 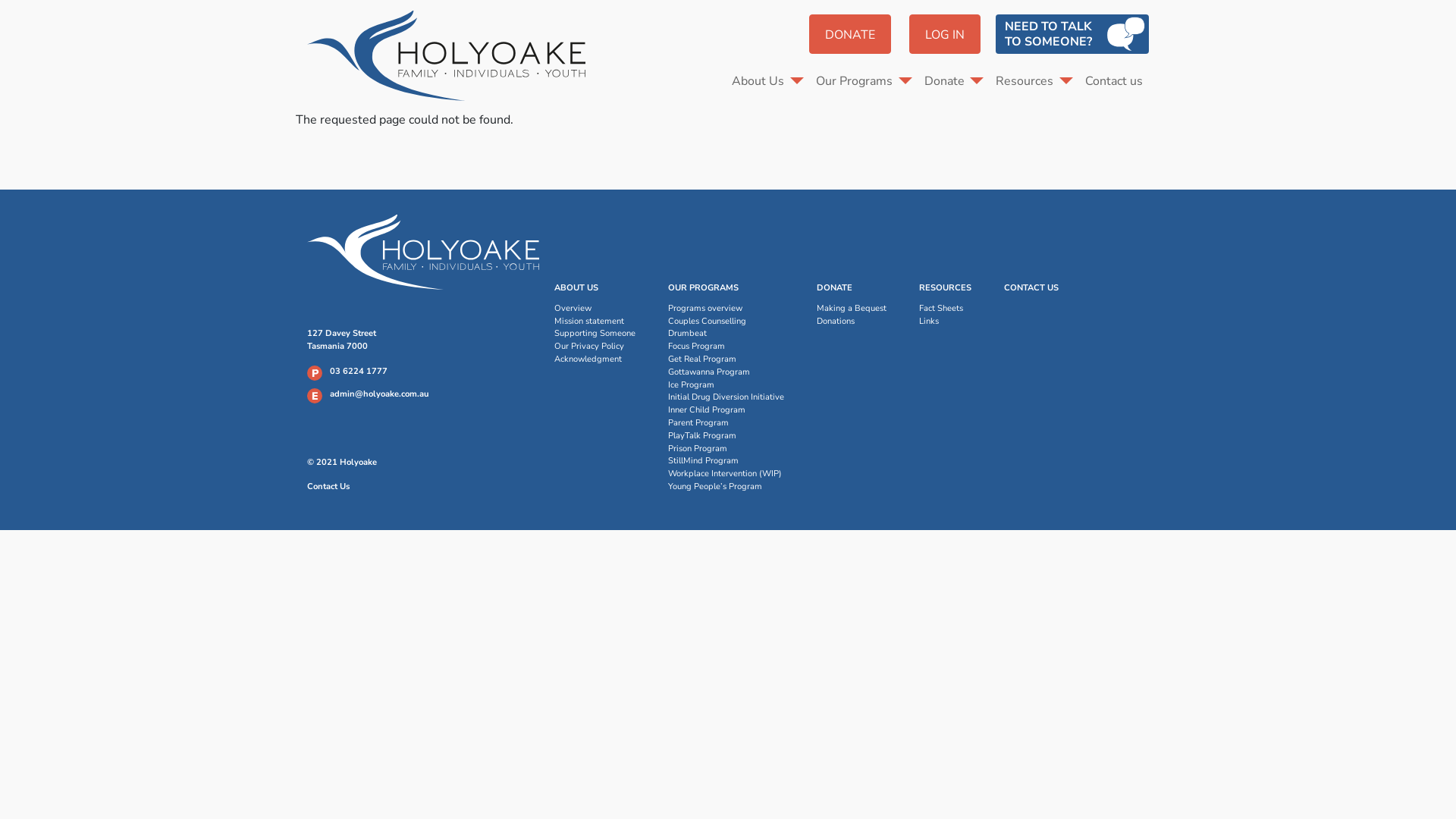 I want to click on 'LOG IN', so click(x=944, y=34).